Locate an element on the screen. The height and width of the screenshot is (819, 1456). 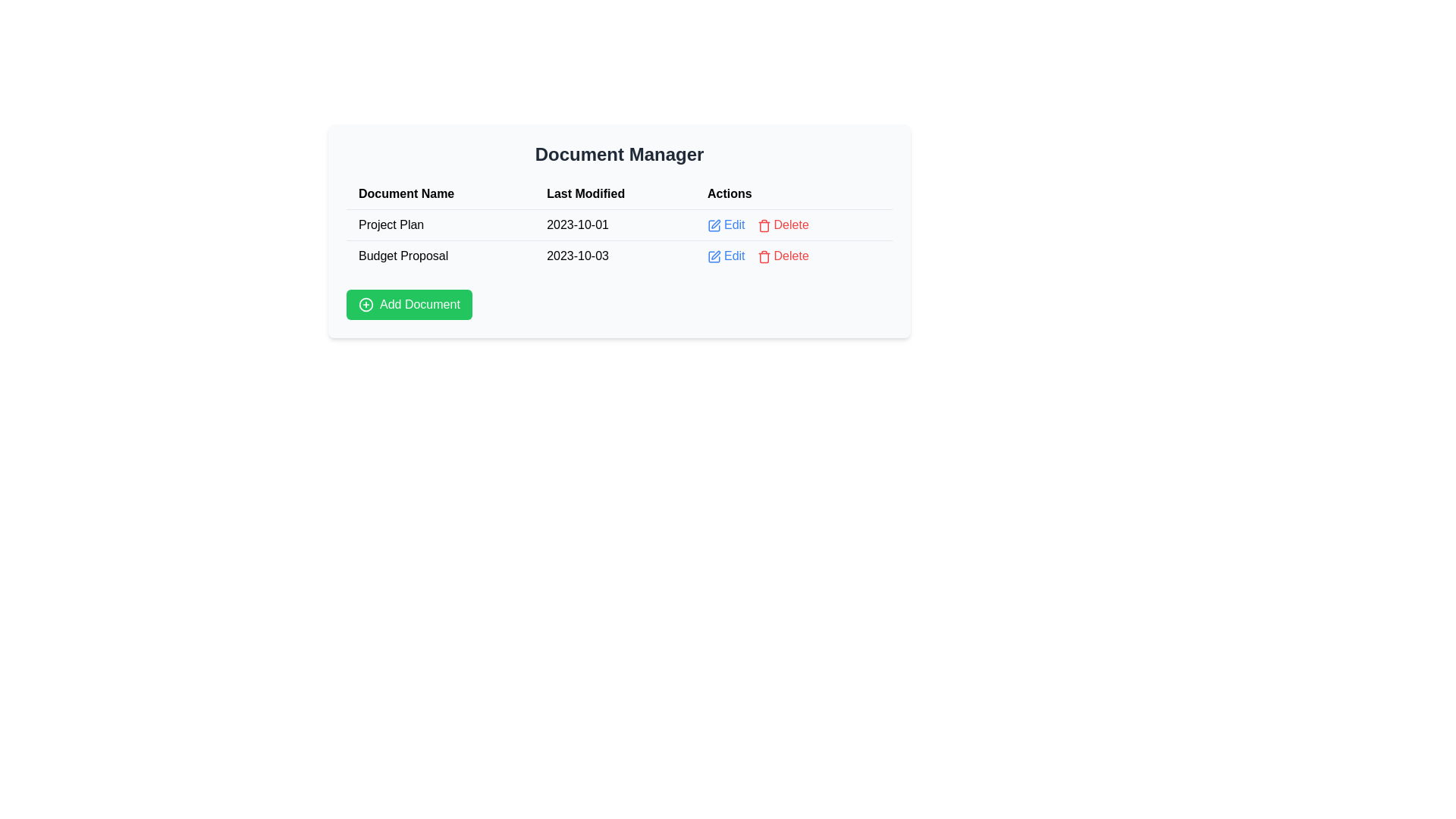
the pen-like icon in the 'Actions' column of the second row of the table, which is a small vector graphic icon with a stroke-based style is located at coordinates (715, 254).